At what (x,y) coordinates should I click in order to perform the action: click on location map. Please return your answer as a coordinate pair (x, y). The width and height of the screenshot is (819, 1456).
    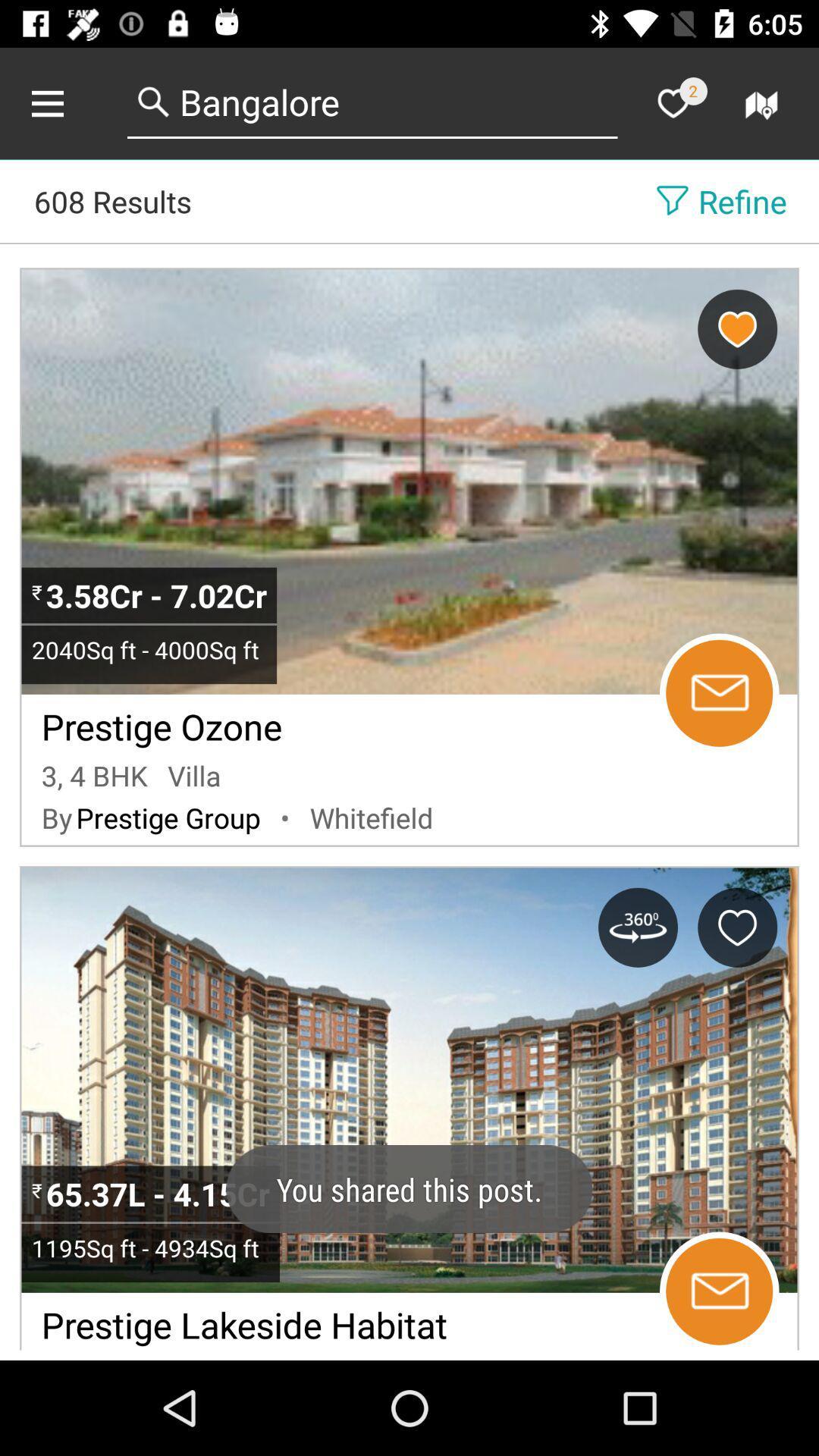
    Looking at the image, I should click on (764, 102).